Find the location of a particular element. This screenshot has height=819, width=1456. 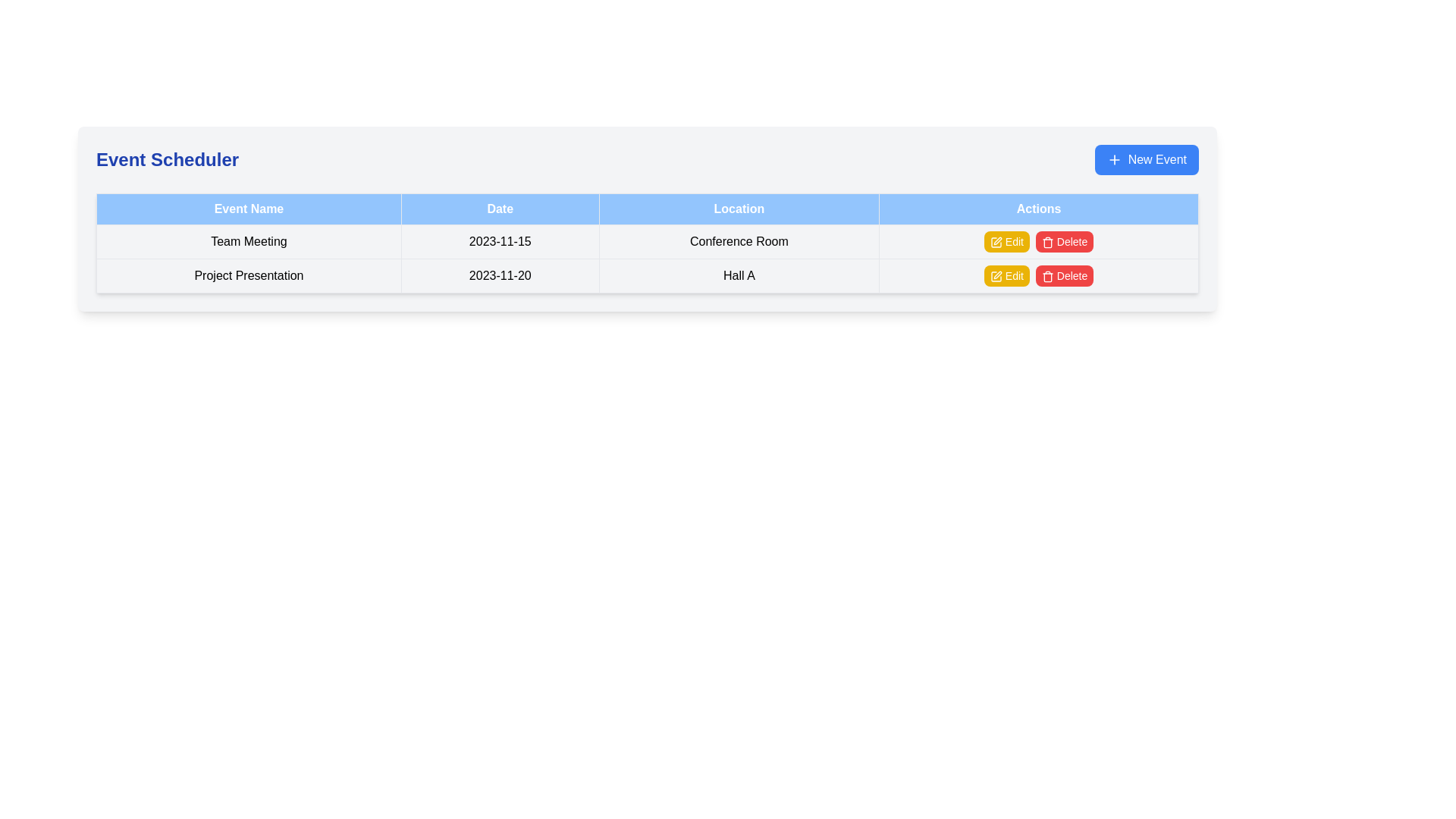

the red 'Delete' button with rounded corners and a trash can icon is located at coordinates (1063, 241).